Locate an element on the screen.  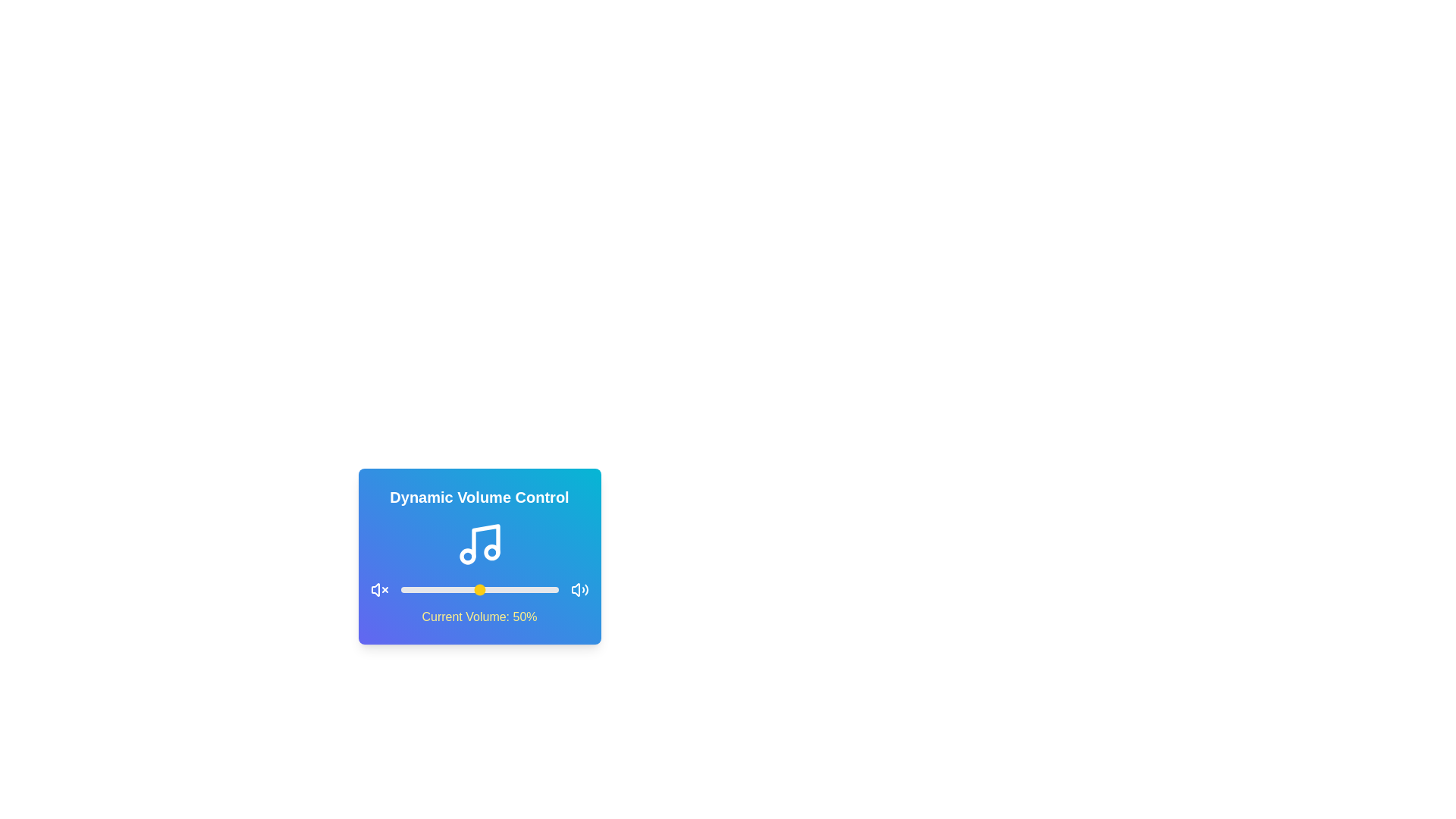
the mute icon to mute the volume is located at coordinates (379, 589).